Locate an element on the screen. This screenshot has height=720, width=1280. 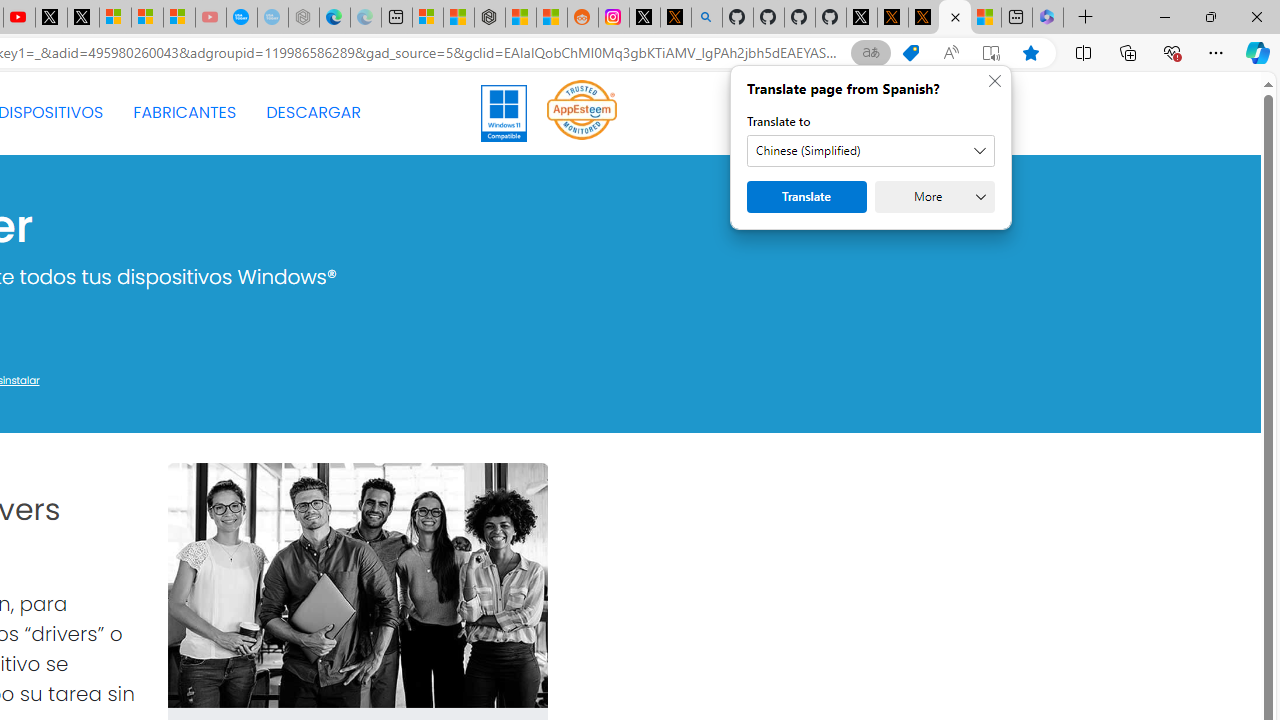
'github - Search' is located at coordinates (707, 17).